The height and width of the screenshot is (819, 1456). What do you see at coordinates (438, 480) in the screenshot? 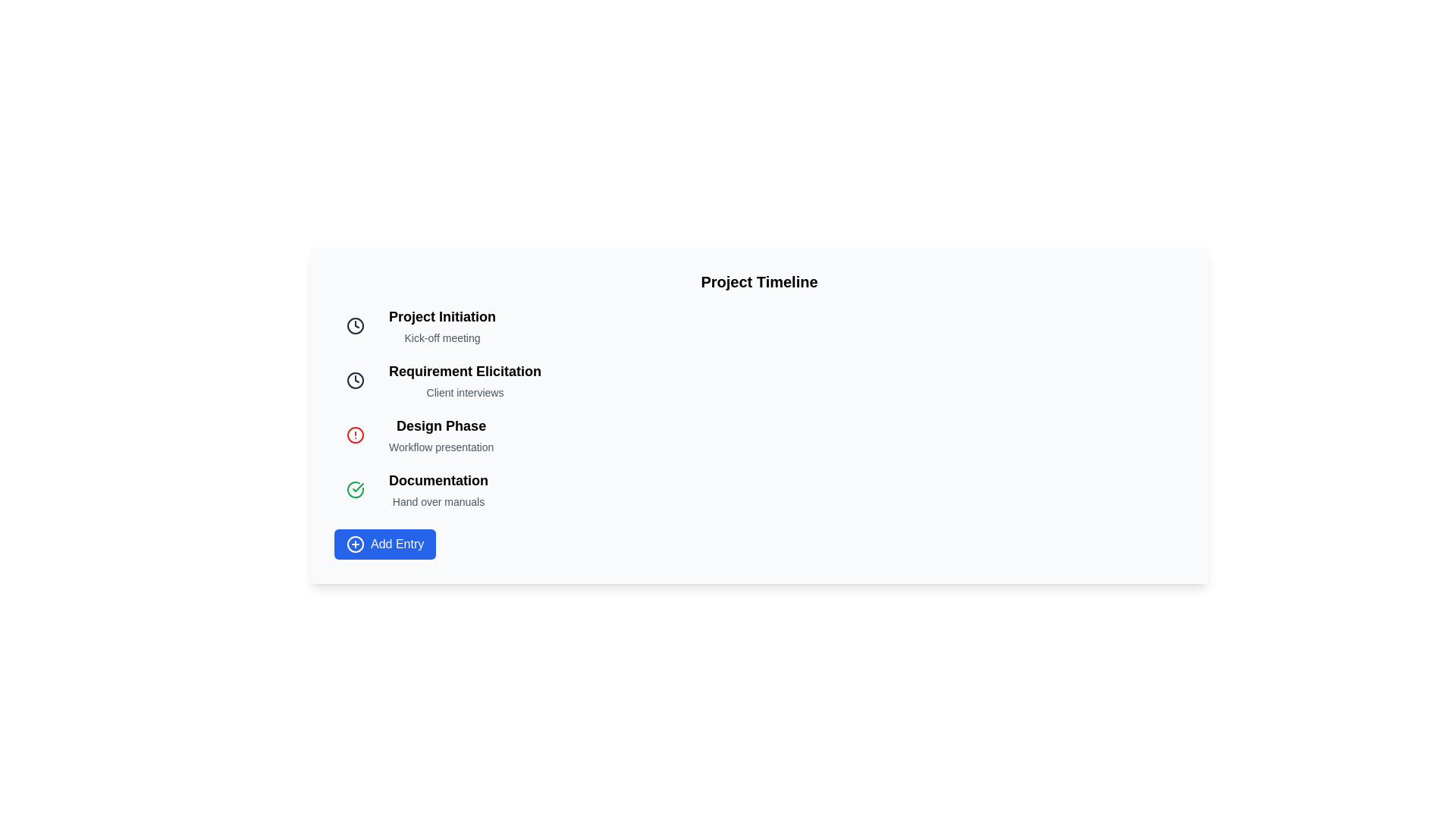
I see `the 'Documentation' heading text label located near the bottom of the vertical timeline interface` at bounding box center [438, 480].